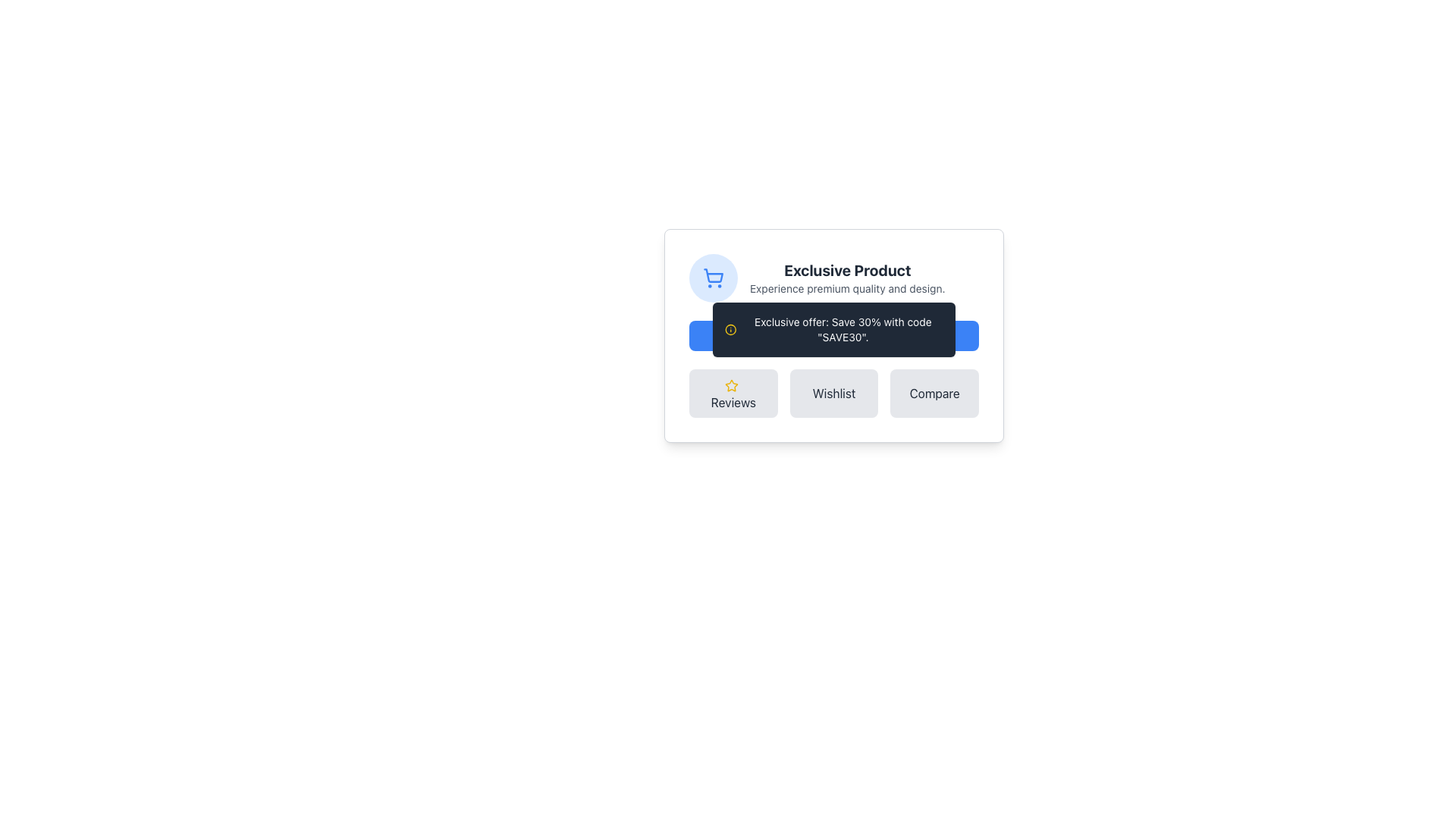  Describe the element at coordinates (730, 329) in the screenshot. I see `the visual indicator icon located to the left of the text 'Exclusive offer: Save 30% with code "SAVE30"'` at that location.